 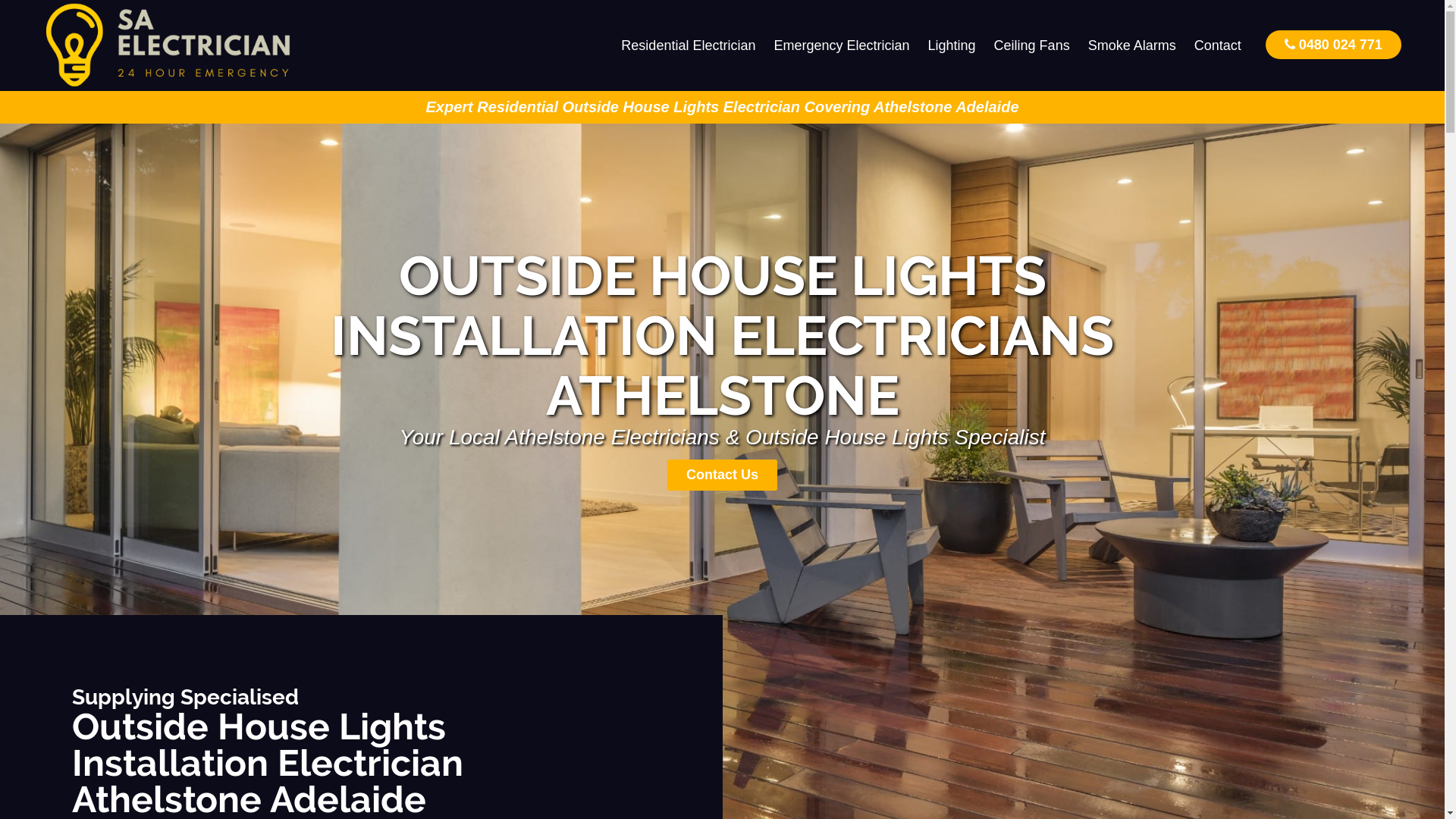 I want to click on 'Lighting', so click(x=951, y=45).